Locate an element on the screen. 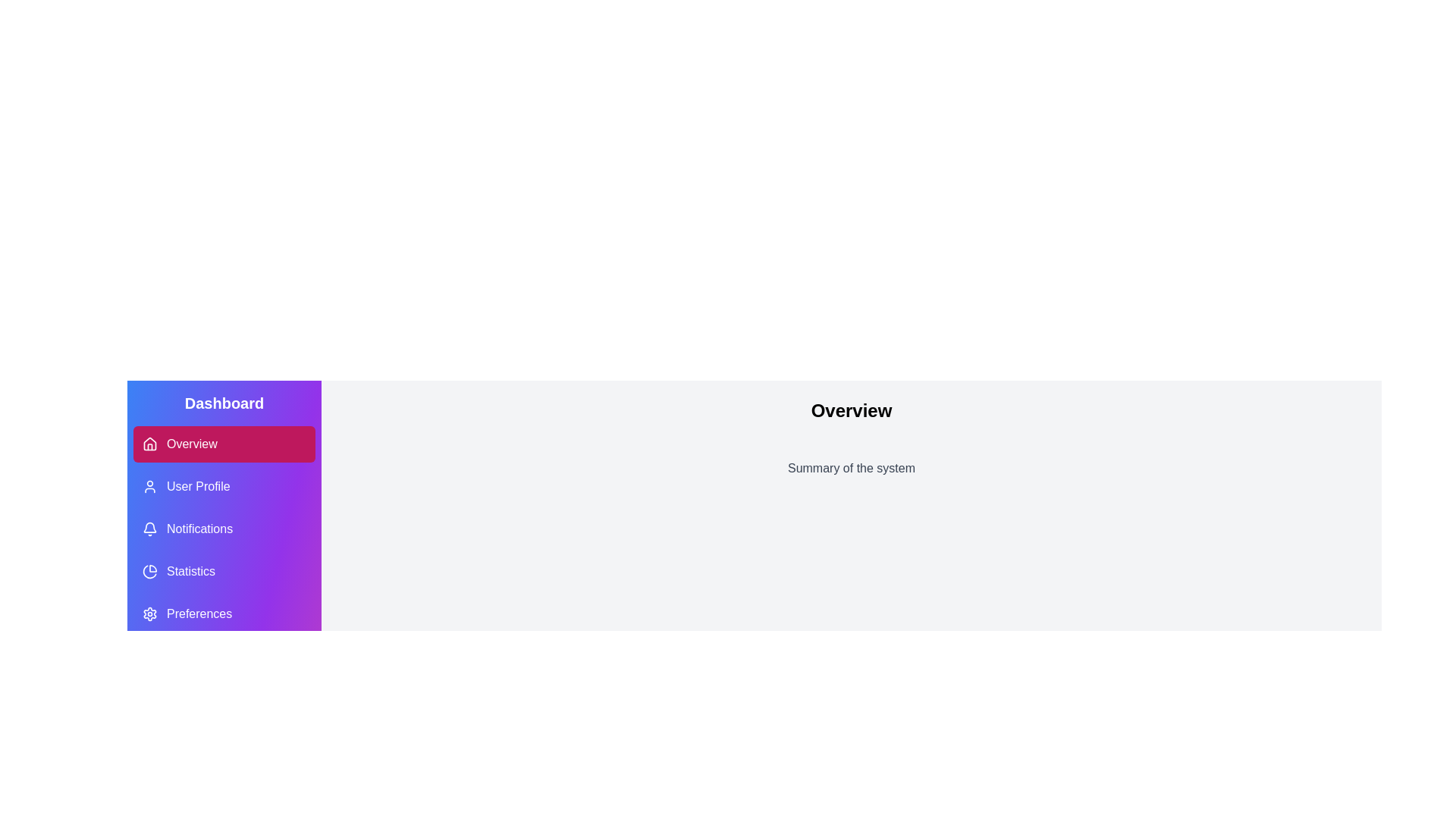  the user profile icon, which is a circular head and rectangular body icon styled with a light stroke, located in the vertical navigation menu next to the 'User Profile' text is located at coordinates (149, 486).